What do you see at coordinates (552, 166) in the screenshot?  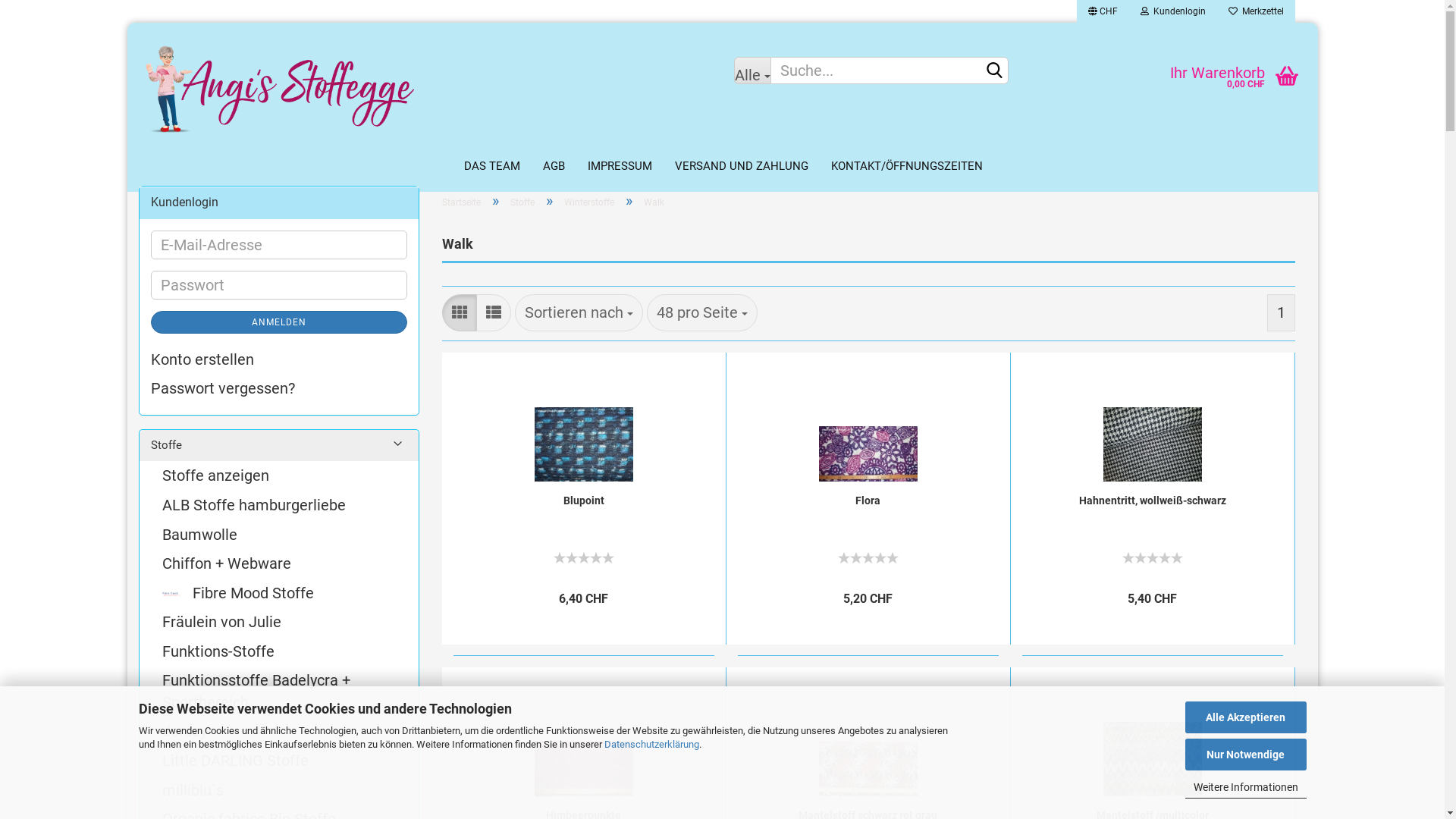 I see `'AGB'` at bounding box center [552, 166].